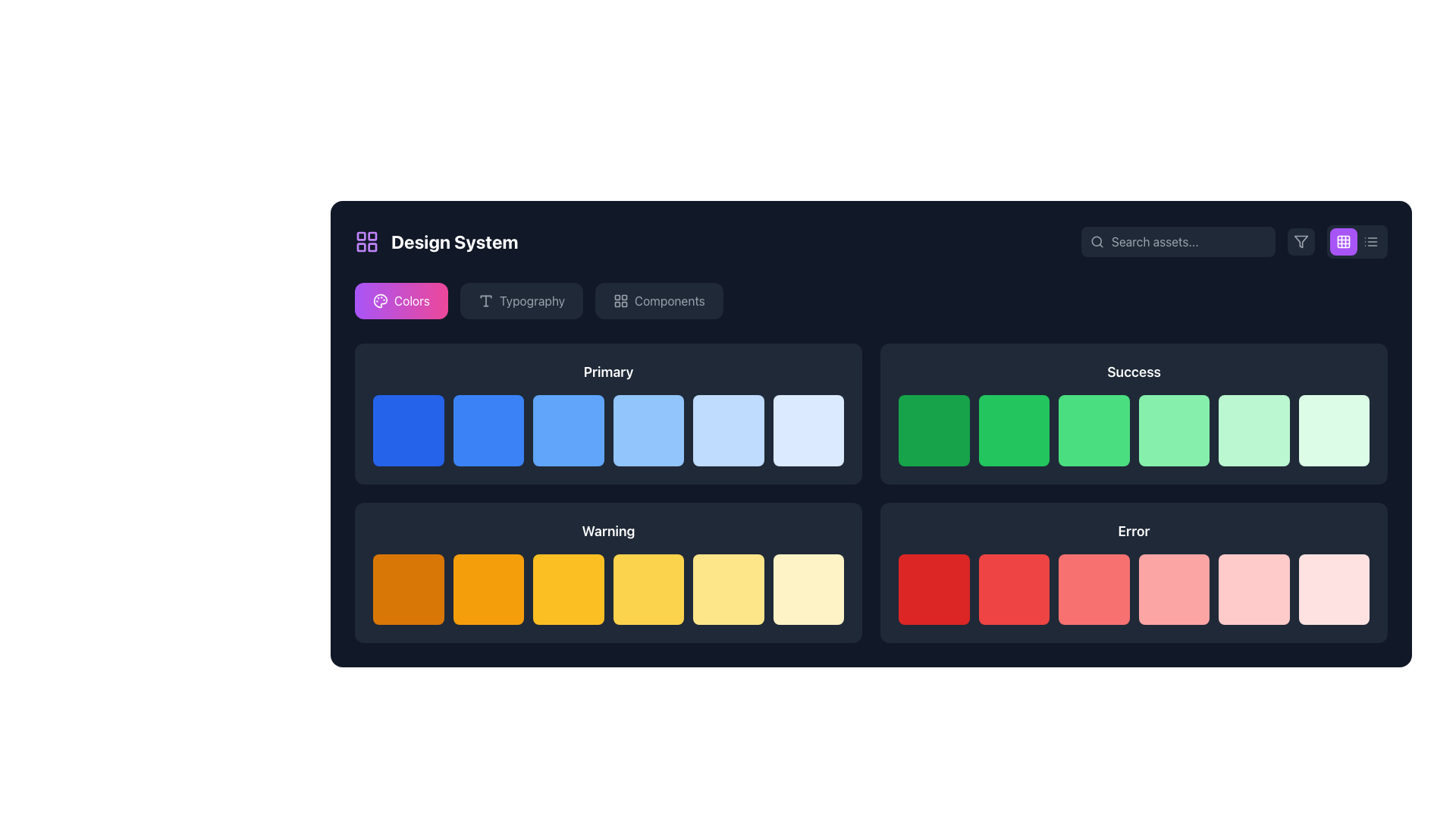 The height and width of the screenshot is (819, 1456). What do you see at coordinates (401, 301) in the screenshot?
I see `the 'Colors' button, which is a rounded rectangular button with a gradient background from purple to pink, featuring a palette icon and white text, located under the 'Design System' heading` at bounding box center [401, 301].